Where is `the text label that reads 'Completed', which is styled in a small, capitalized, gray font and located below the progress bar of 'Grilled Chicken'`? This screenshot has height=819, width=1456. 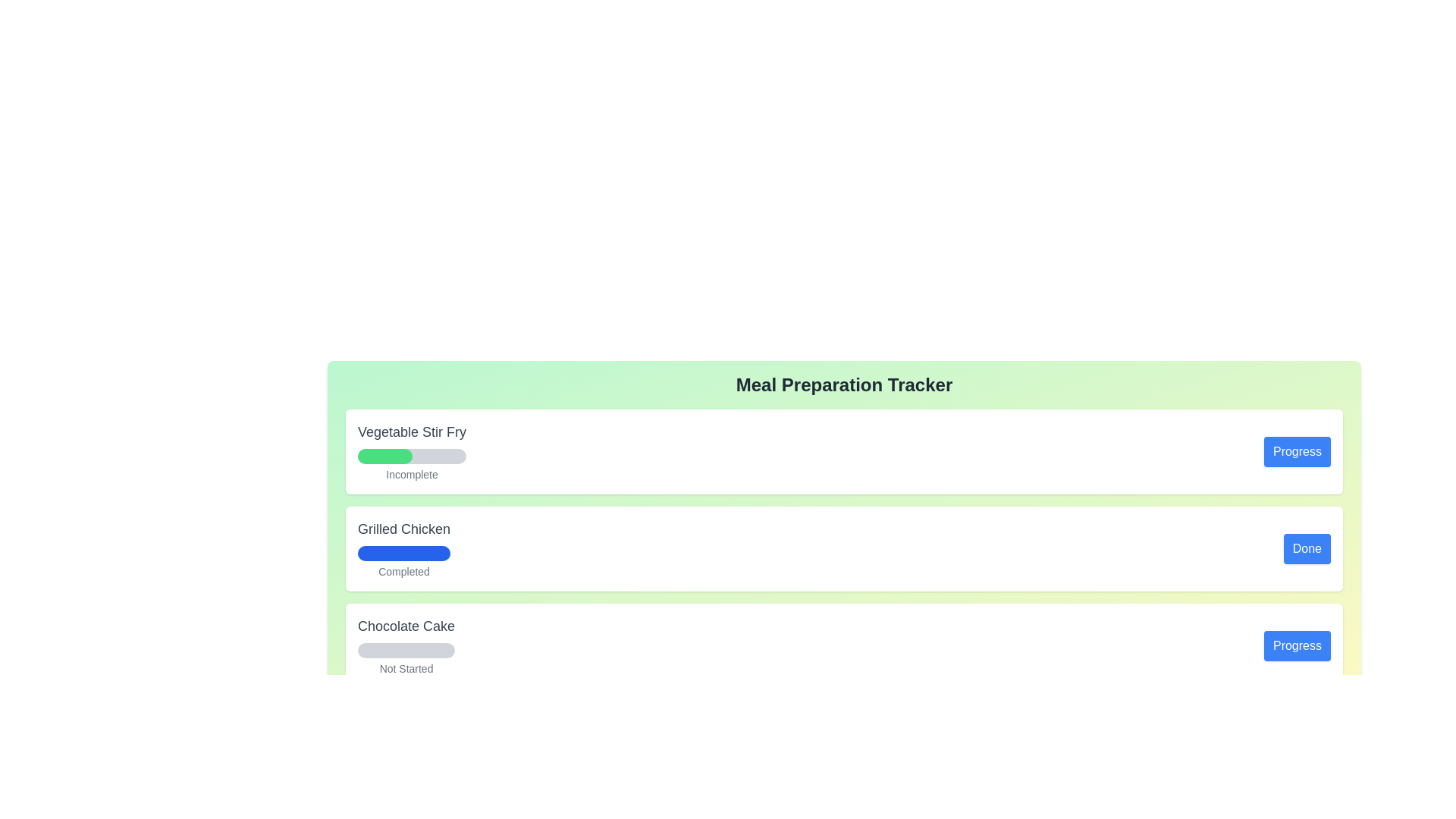 the text label that reads 'Completed', which is styled in a small, capitalized, gray font and located below the progress bar of 'Grilled Chicken' is located at coordinates (403, 571).